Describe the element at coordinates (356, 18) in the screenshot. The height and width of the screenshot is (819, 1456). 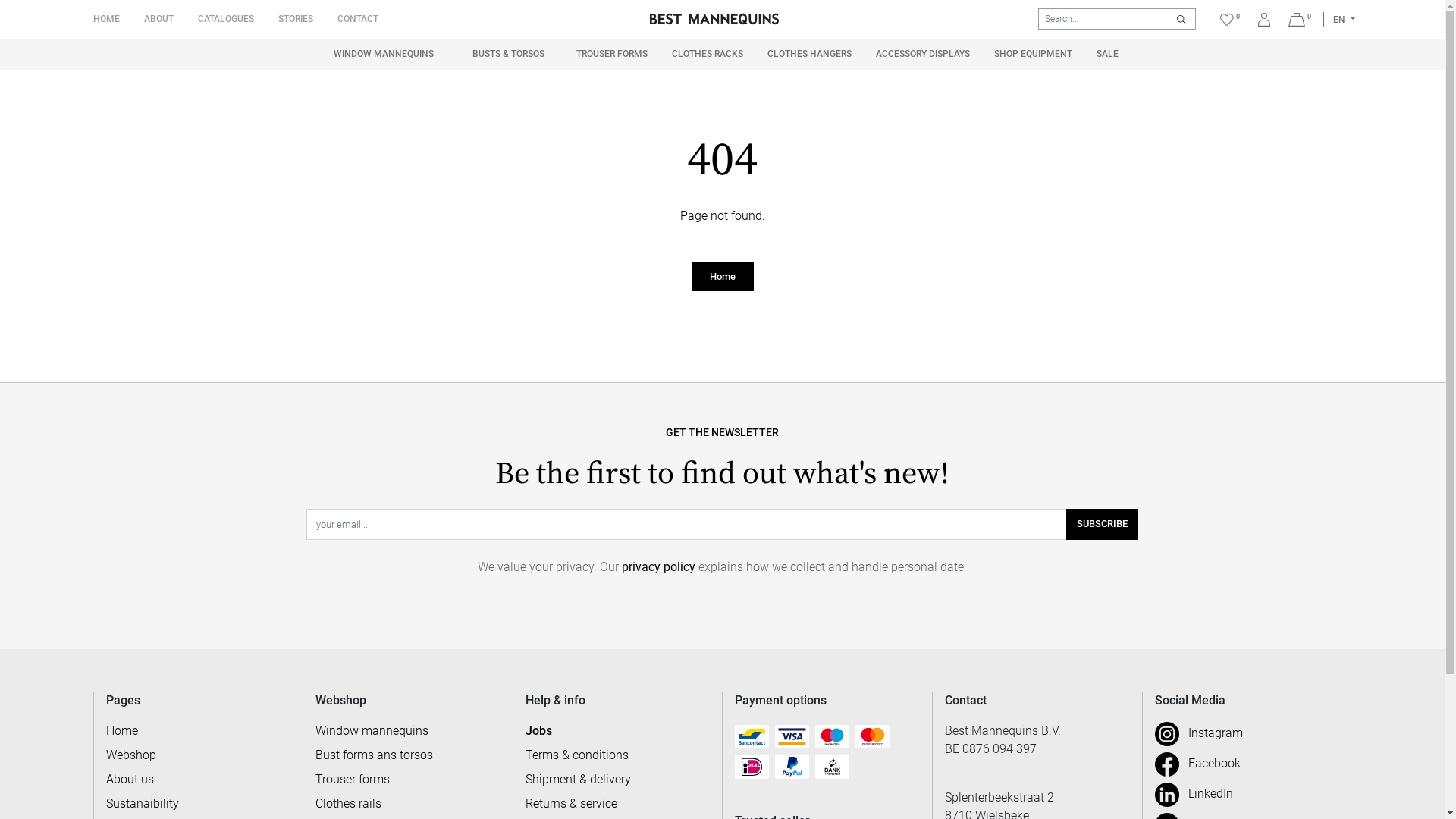
I see `'CONTACT'` at that location.